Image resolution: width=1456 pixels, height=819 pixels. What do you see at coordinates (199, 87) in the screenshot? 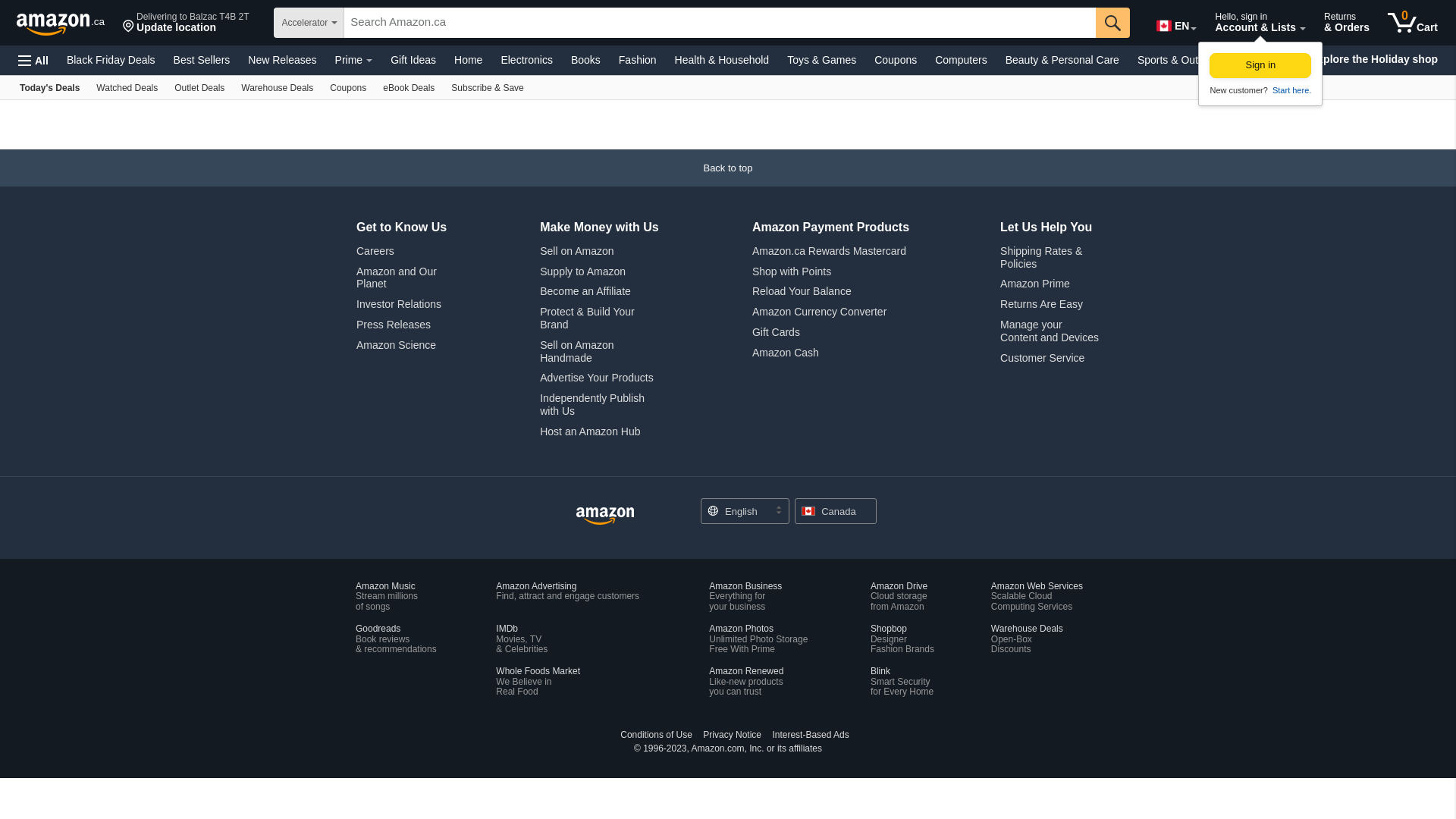
I see `'Outlet Deals'` at bounding box center [199, 87].